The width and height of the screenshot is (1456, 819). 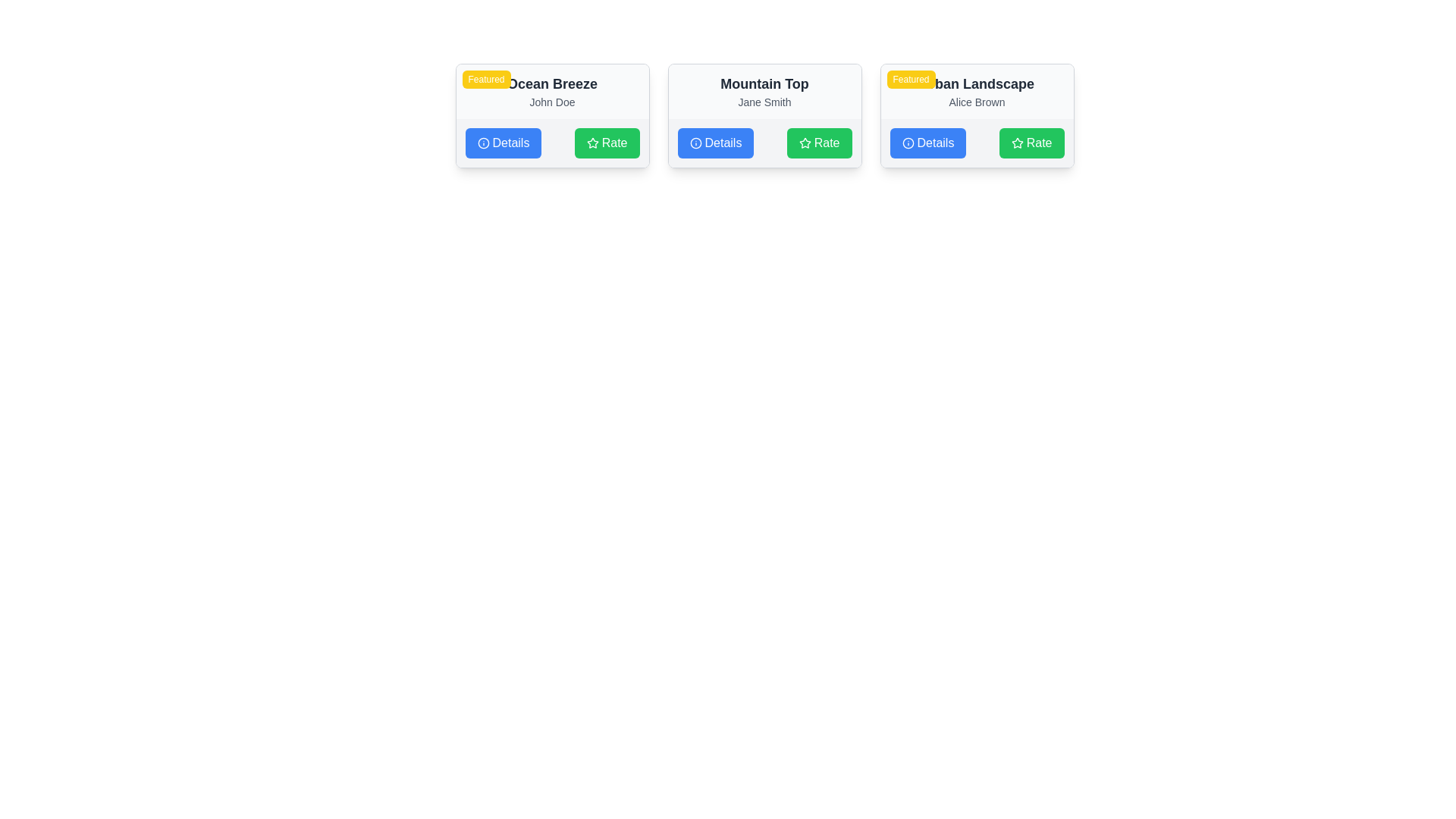 I want to click on the blue button with rounded corners labeled 'Details' in the 'Urban Landscape' panel, so click(x=927, y=143).